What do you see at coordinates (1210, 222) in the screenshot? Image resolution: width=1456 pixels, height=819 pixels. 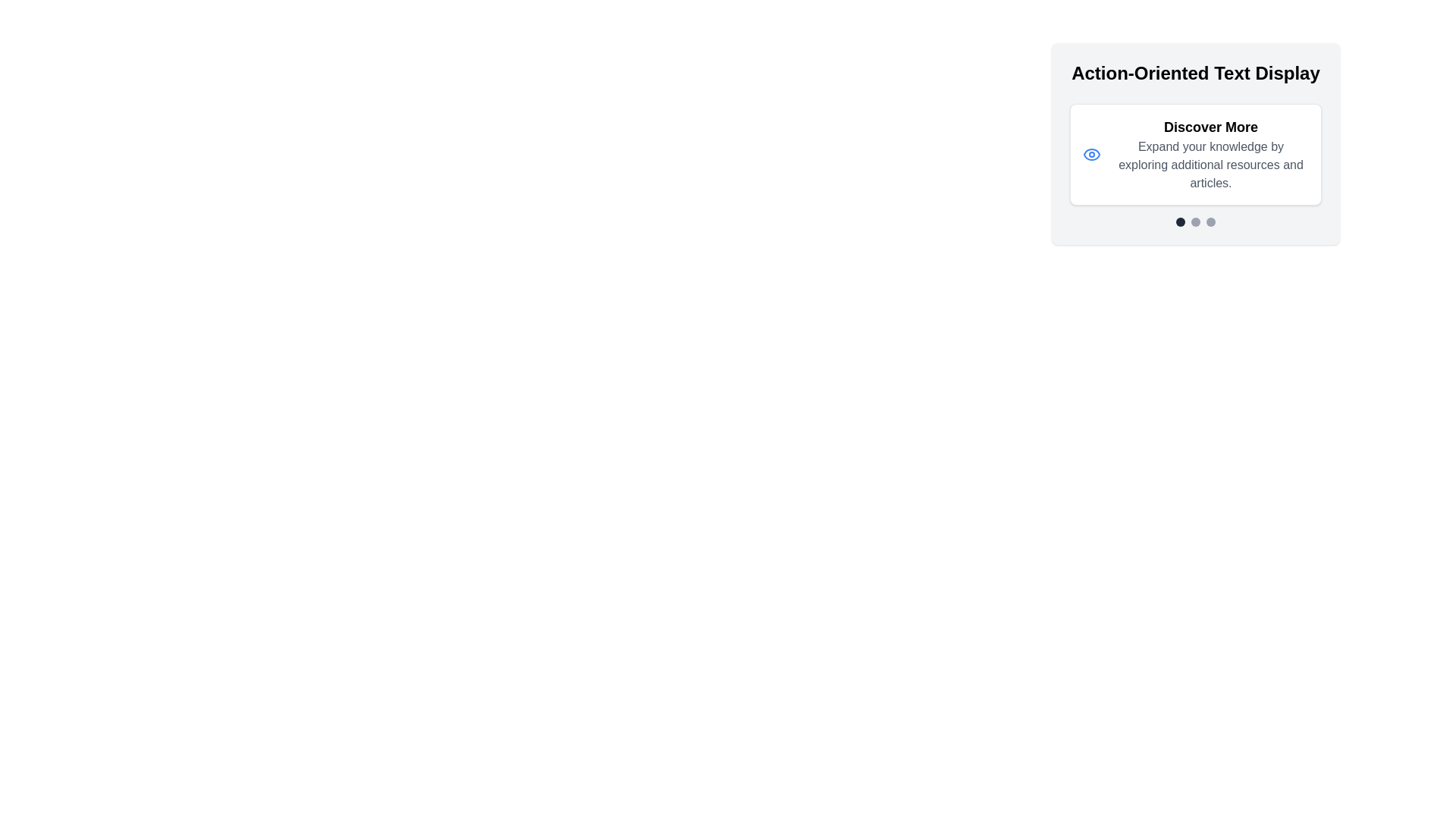 I see `the rightmost circular button that navigates to the third slide in the group of three buttons below the 'Action-Oriented Text Display' card` at bounding box center [1210, 222].